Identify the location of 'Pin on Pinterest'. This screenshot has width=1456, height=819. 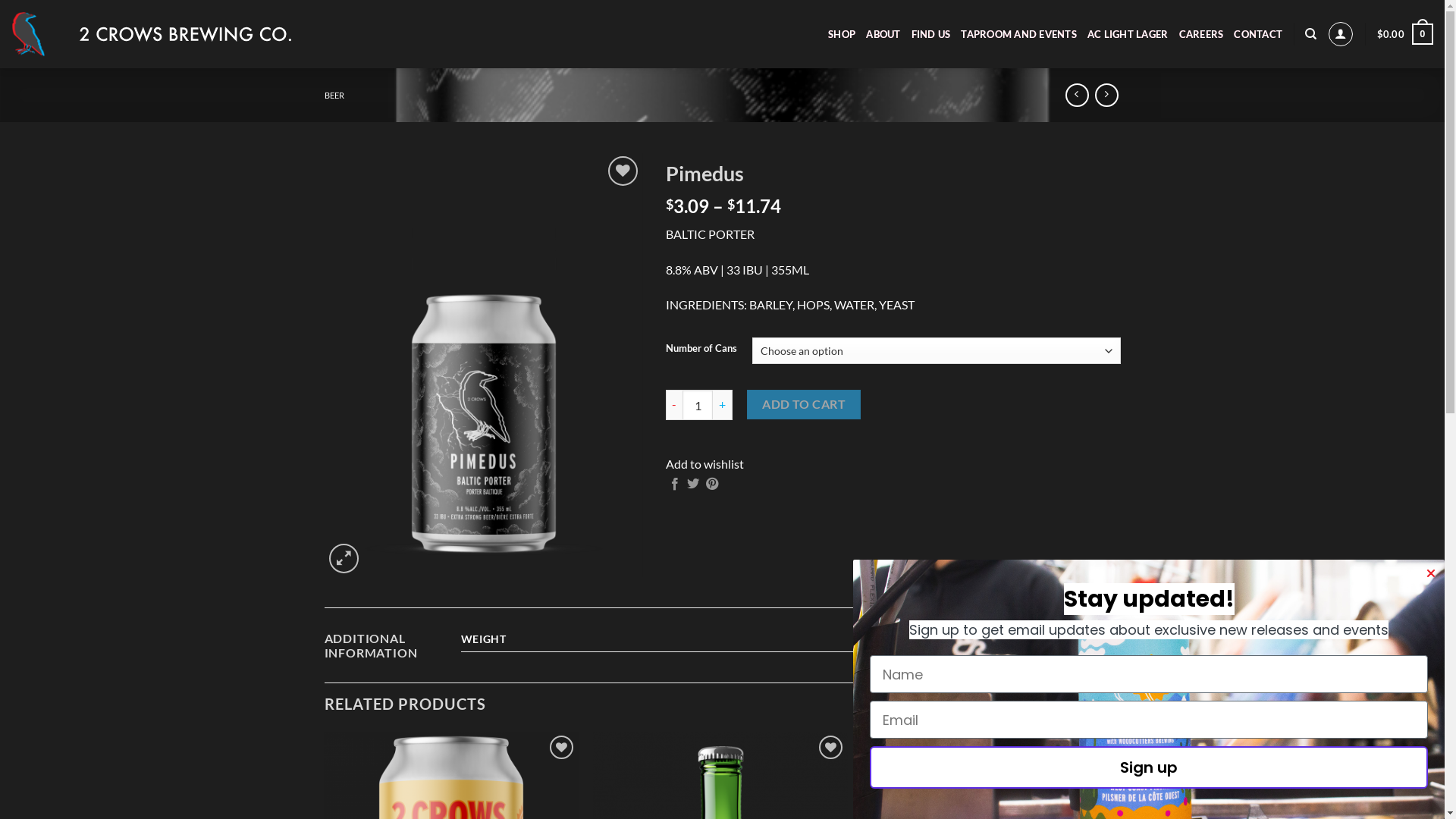
(711, 485).